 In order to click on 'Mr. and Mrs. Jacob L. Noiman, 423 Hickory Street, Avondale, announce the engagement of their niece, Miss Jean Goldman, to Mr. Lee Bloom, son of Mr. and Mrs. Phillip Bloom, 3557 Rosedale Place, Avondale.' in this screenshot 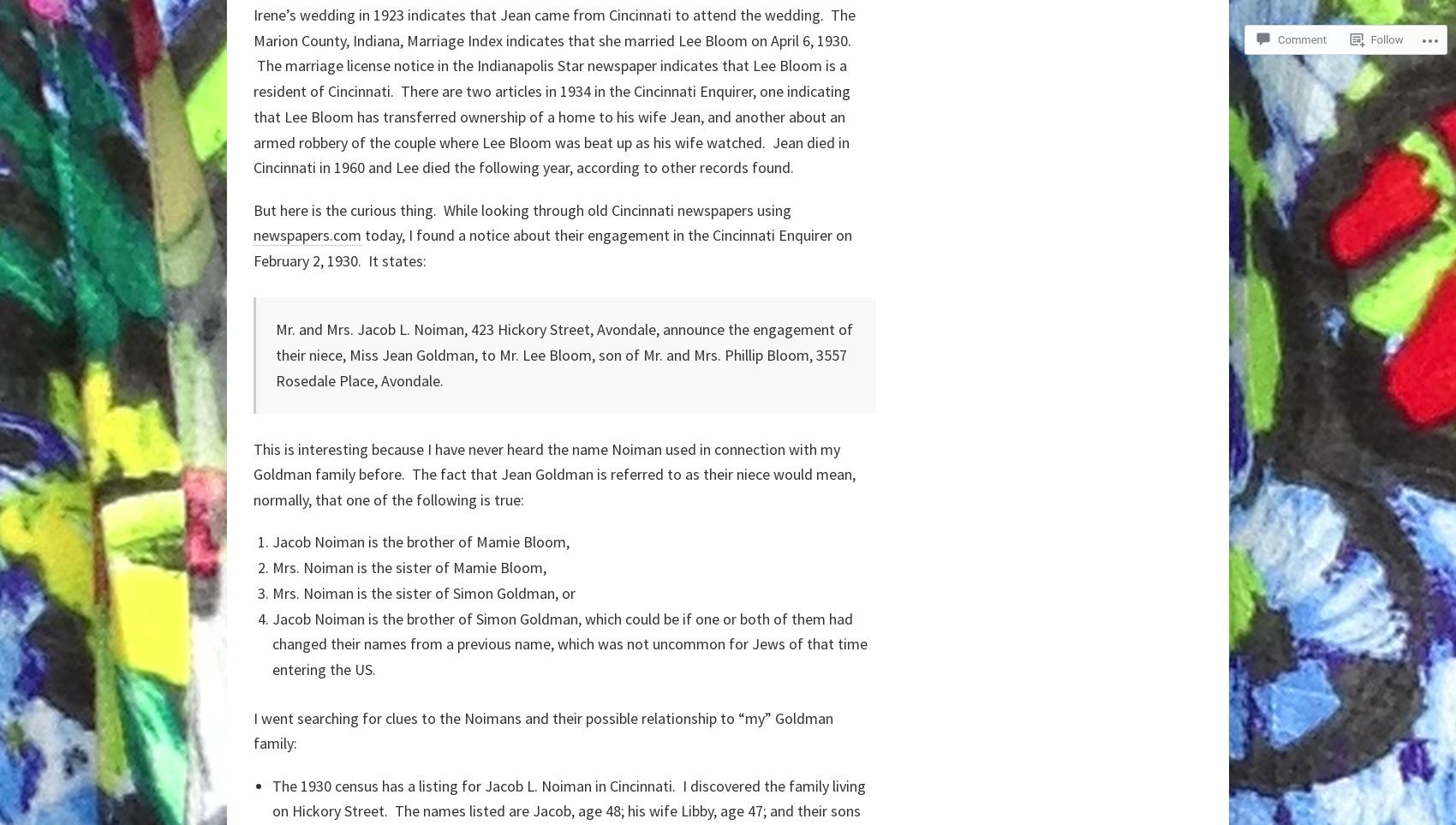, I will do `click(564, 354)`.